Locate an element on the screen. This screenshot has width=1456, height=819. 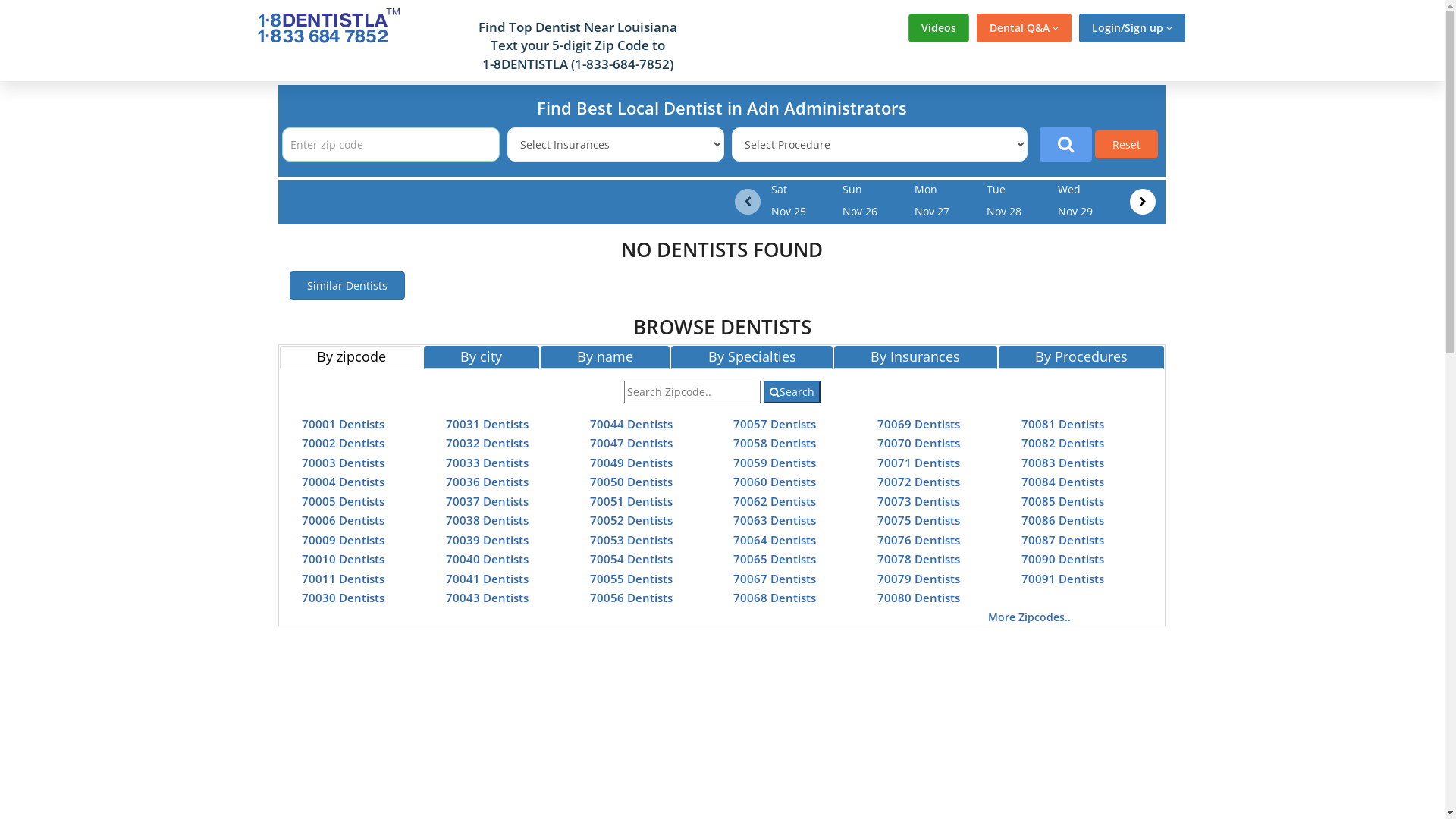
'70052 Dentists' is located at coordinates (588, 519).